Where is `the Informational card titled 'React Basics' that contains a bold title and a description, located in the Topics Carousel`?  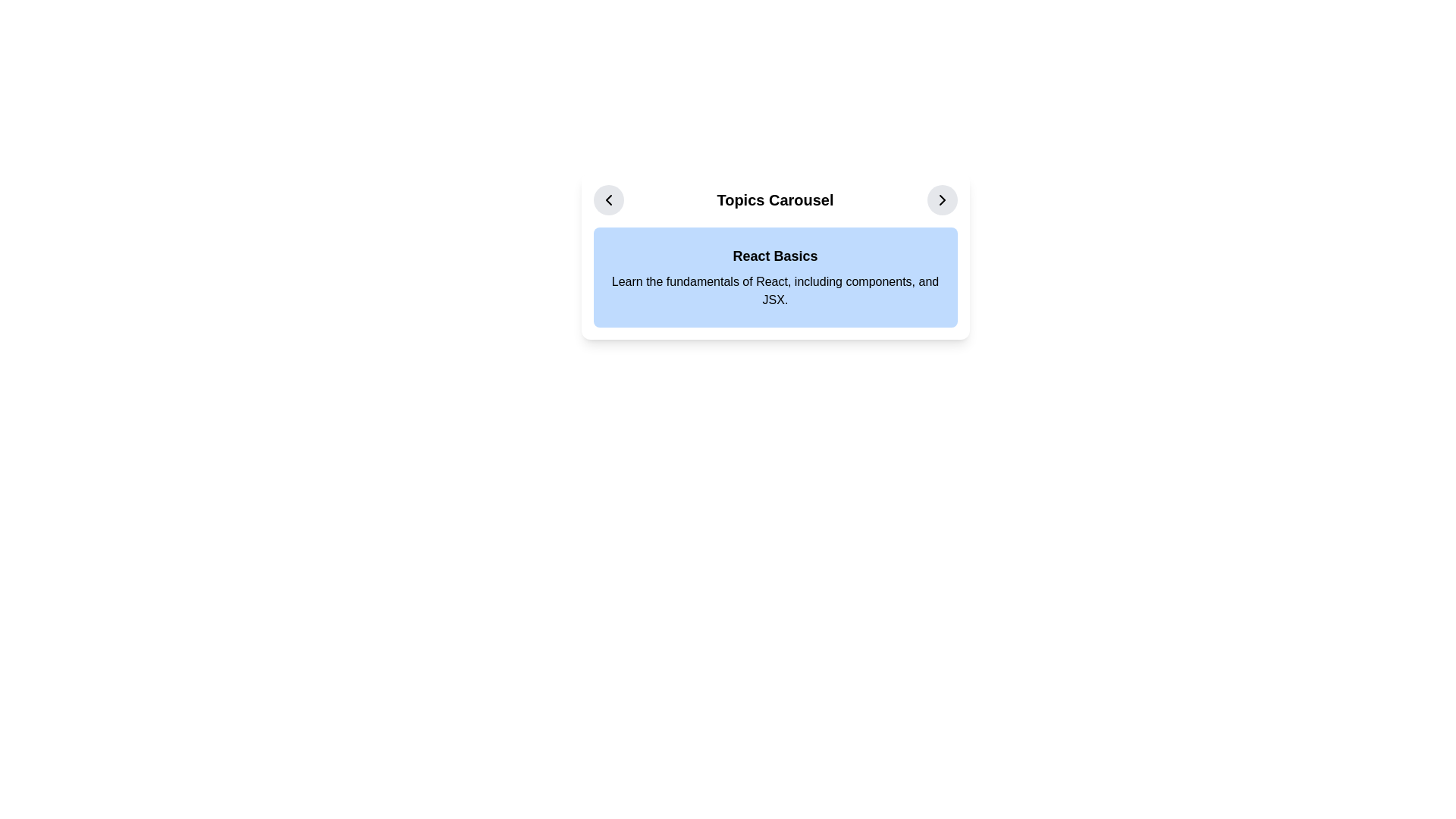 the Informational card titled 'React Basics' that contains a bold title and a description, located in the Topics Carousel is located at coordinates (775, 278).